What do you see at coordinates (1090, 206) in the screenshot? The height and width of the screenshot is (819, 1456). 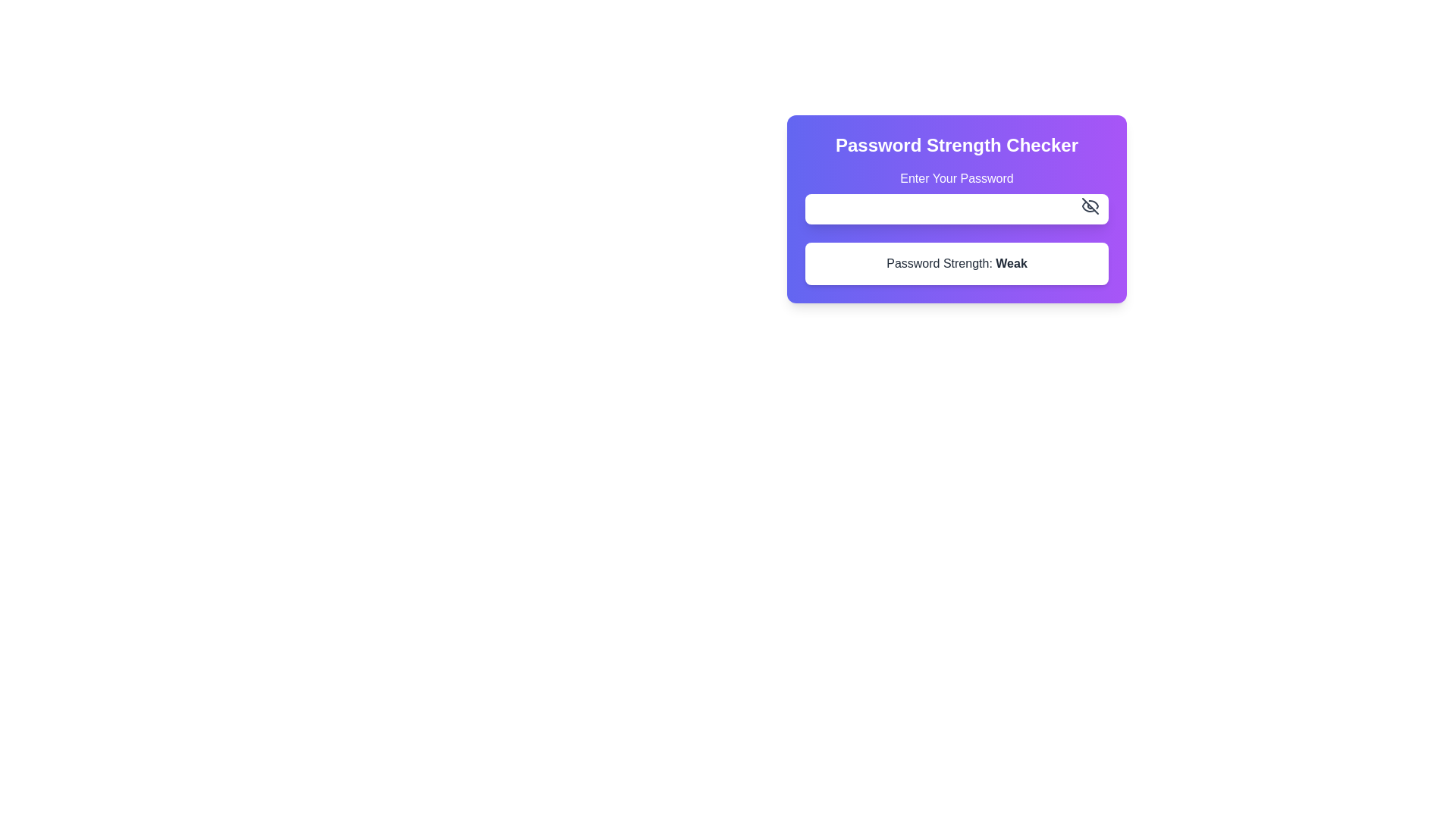 I see `the eye-slash icon button located at the far right of the 'Enter Your Password' input field to change its color` at bounding box center [1090, 206].